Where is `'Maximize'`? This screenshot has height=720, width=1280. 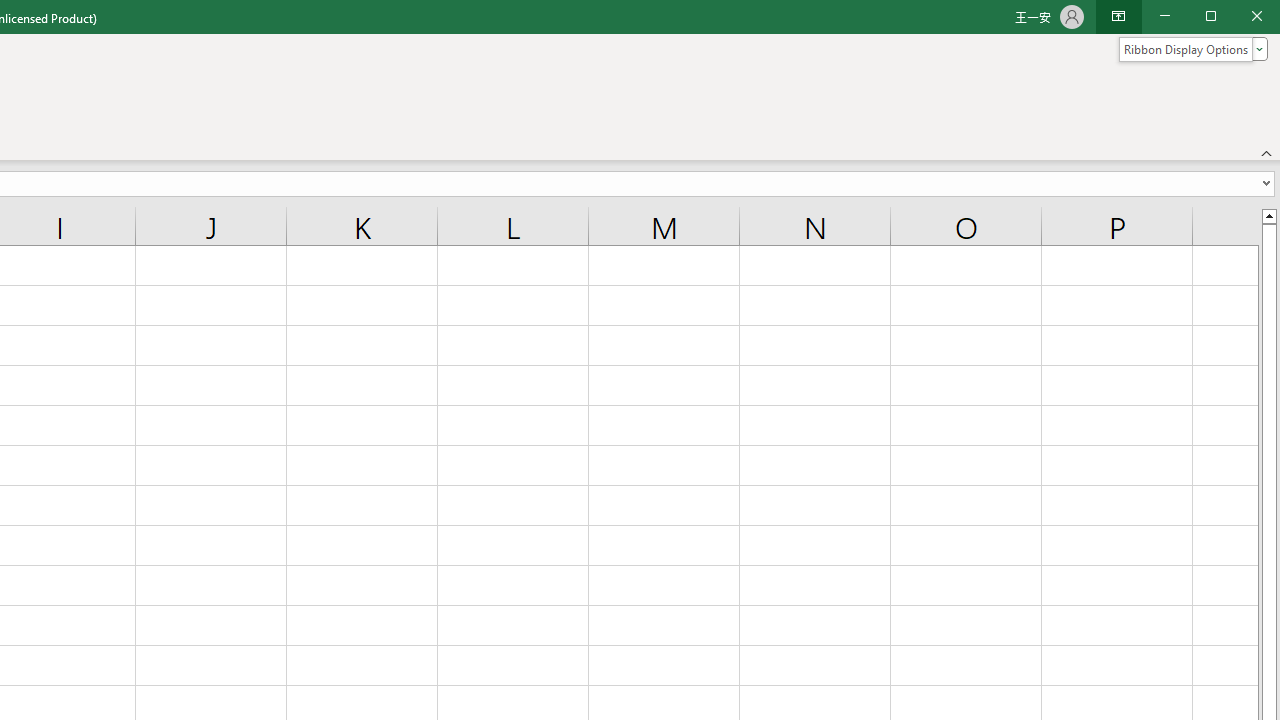
'Maximize' is located at coordinates (1238, 18).